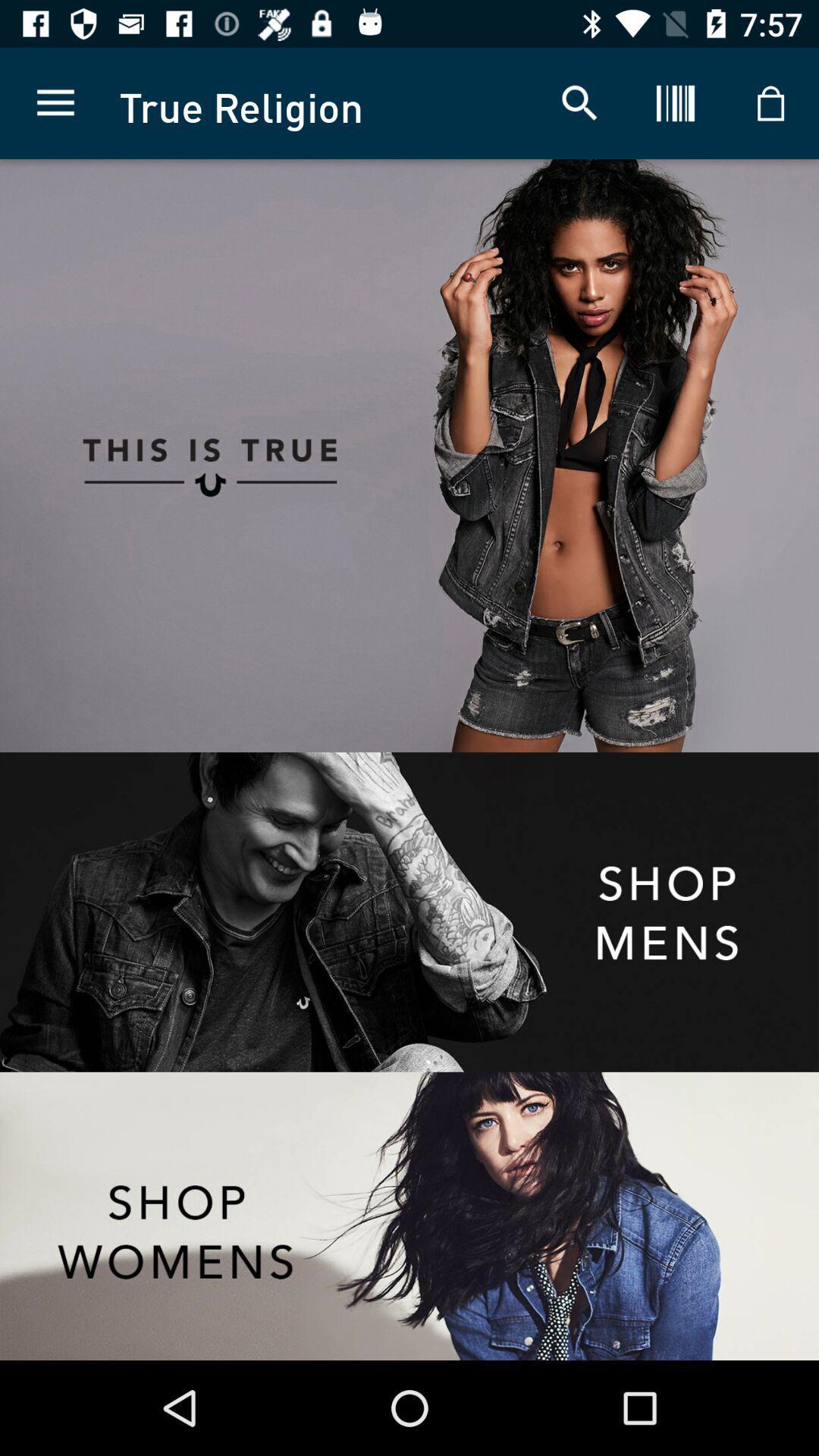  What do you see at coordinates (614, 455) in the screenshot?
I see `picture` at bounding box center [614, 455].